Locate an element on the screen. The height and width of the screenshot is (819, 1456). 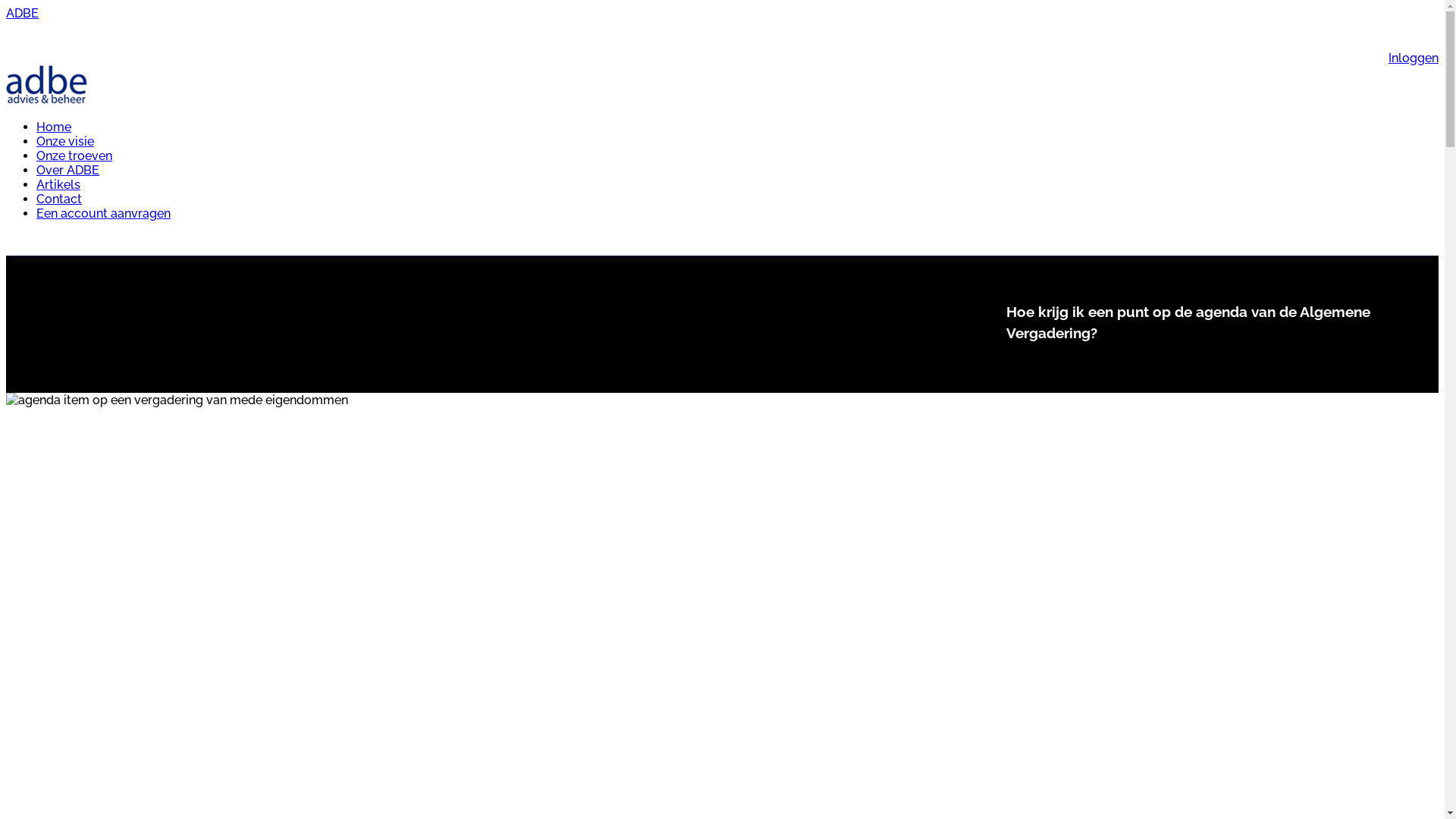
'ADBE' is located at coordinates (22, 13).